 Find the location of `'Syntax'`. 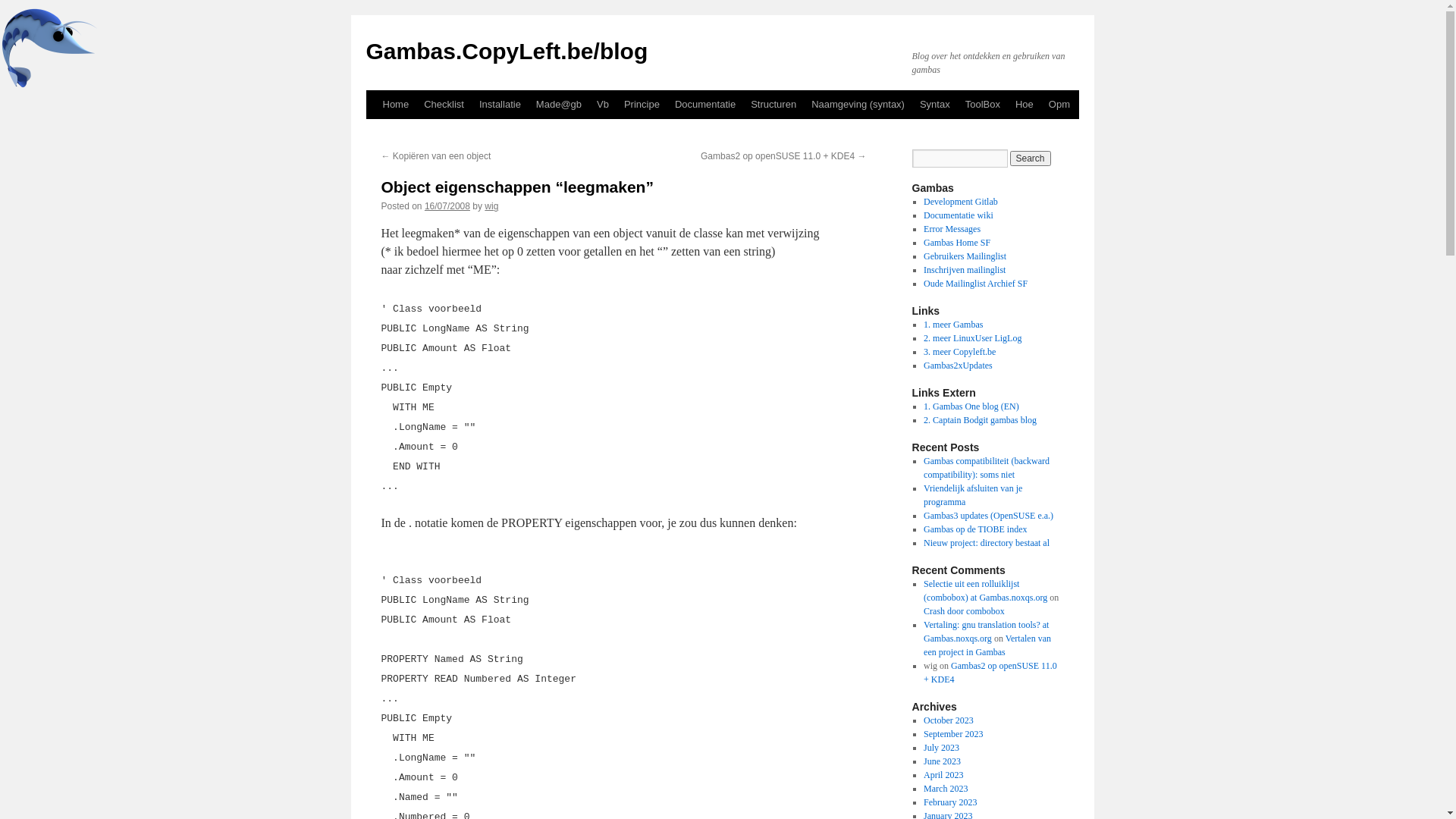

'Syntax' is located at coordinates (934, 104).